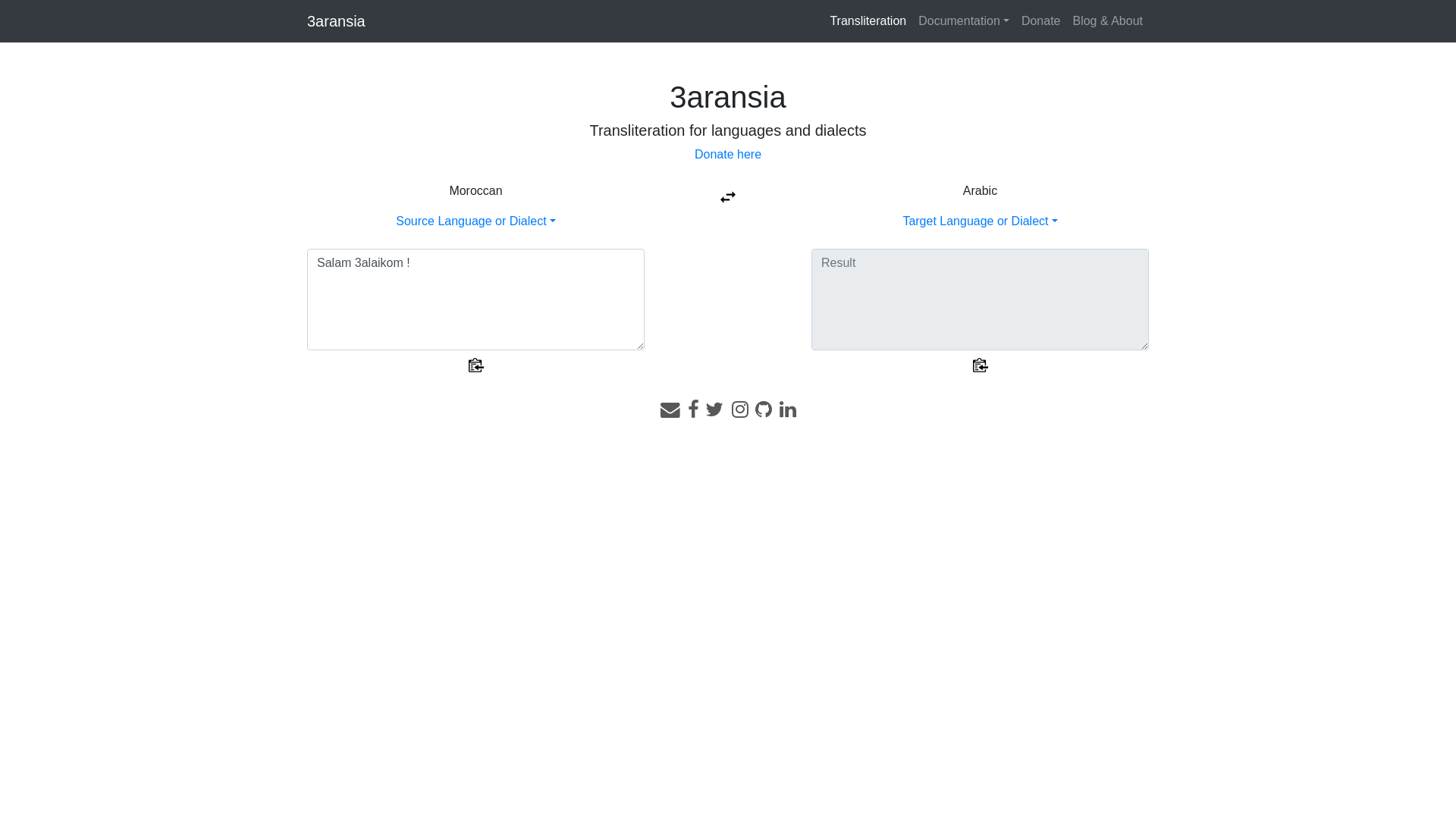  I want to click on 'Target Language or Dialect', so click(979, 221).